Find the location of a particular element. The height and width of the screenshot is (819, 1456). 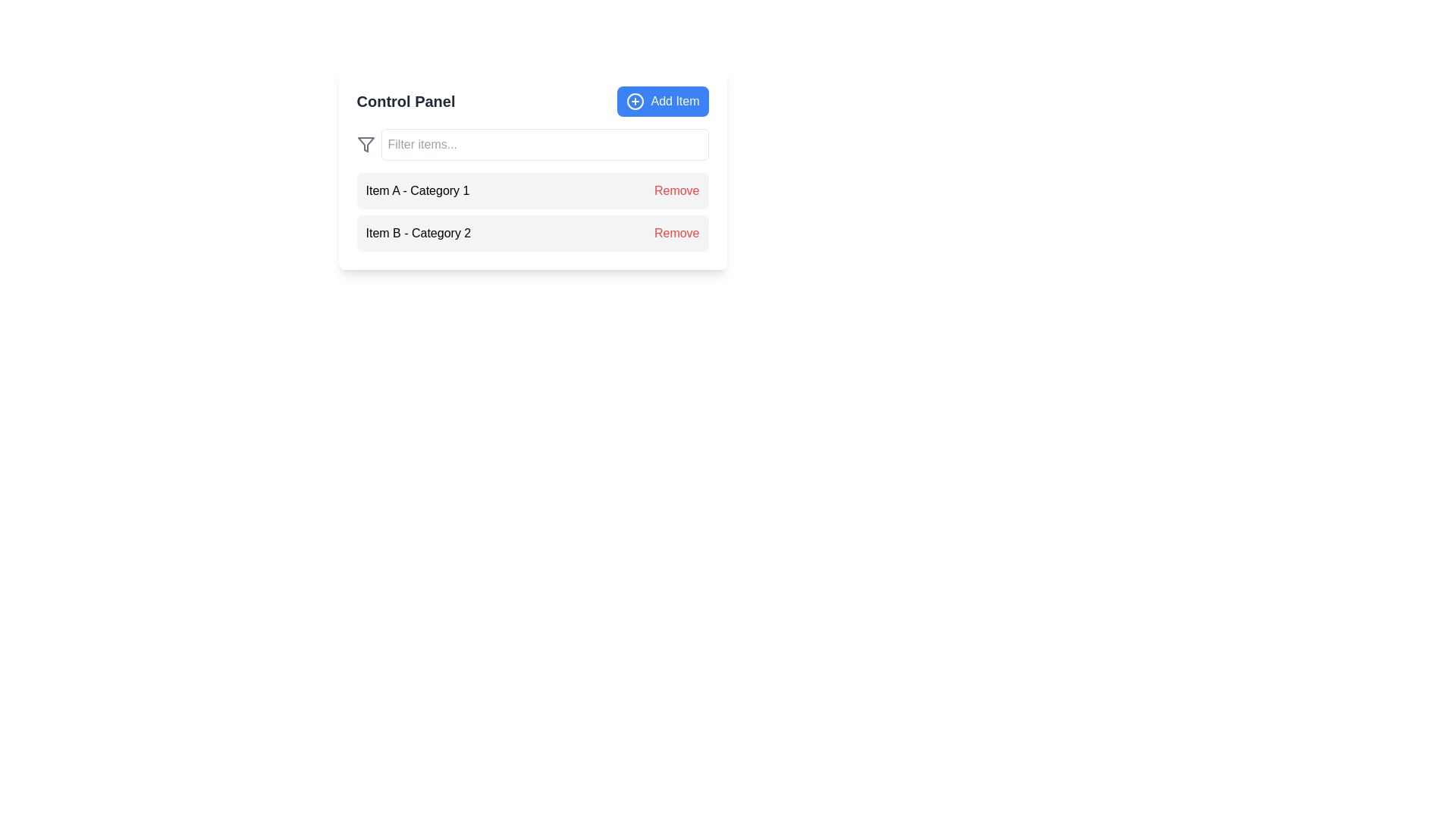

the button located in the upper-right corner of the 'Control Panel' section is located at coordinates (662, 102).